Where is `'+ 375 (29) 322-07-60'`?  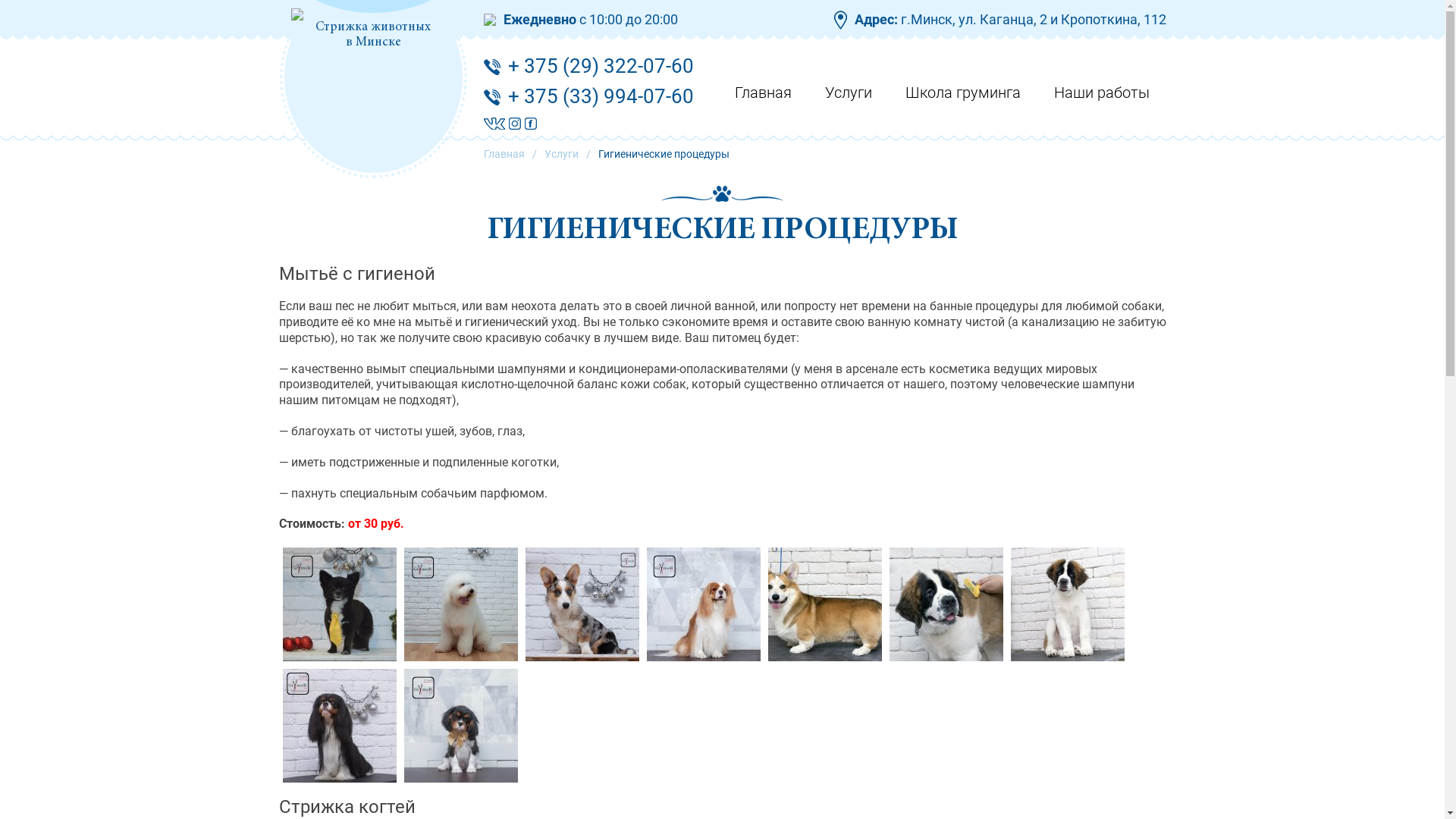
'+ 375 (29) 322-07-60' is located at coordinates (600, 65).